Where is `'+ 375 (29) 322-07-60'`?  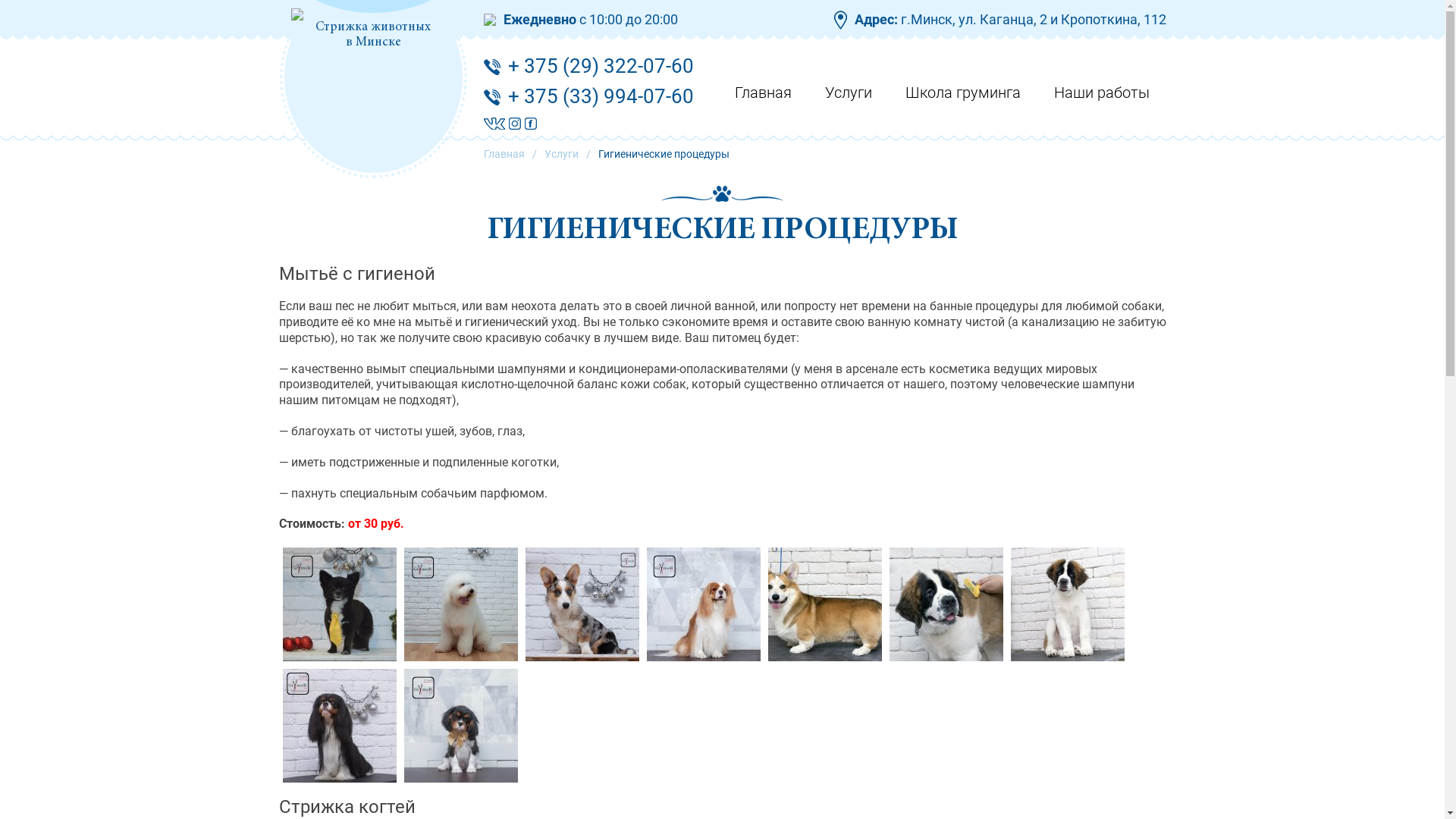
'+ 375 (29) 322-07-60' is located at coordinates (600, 65).